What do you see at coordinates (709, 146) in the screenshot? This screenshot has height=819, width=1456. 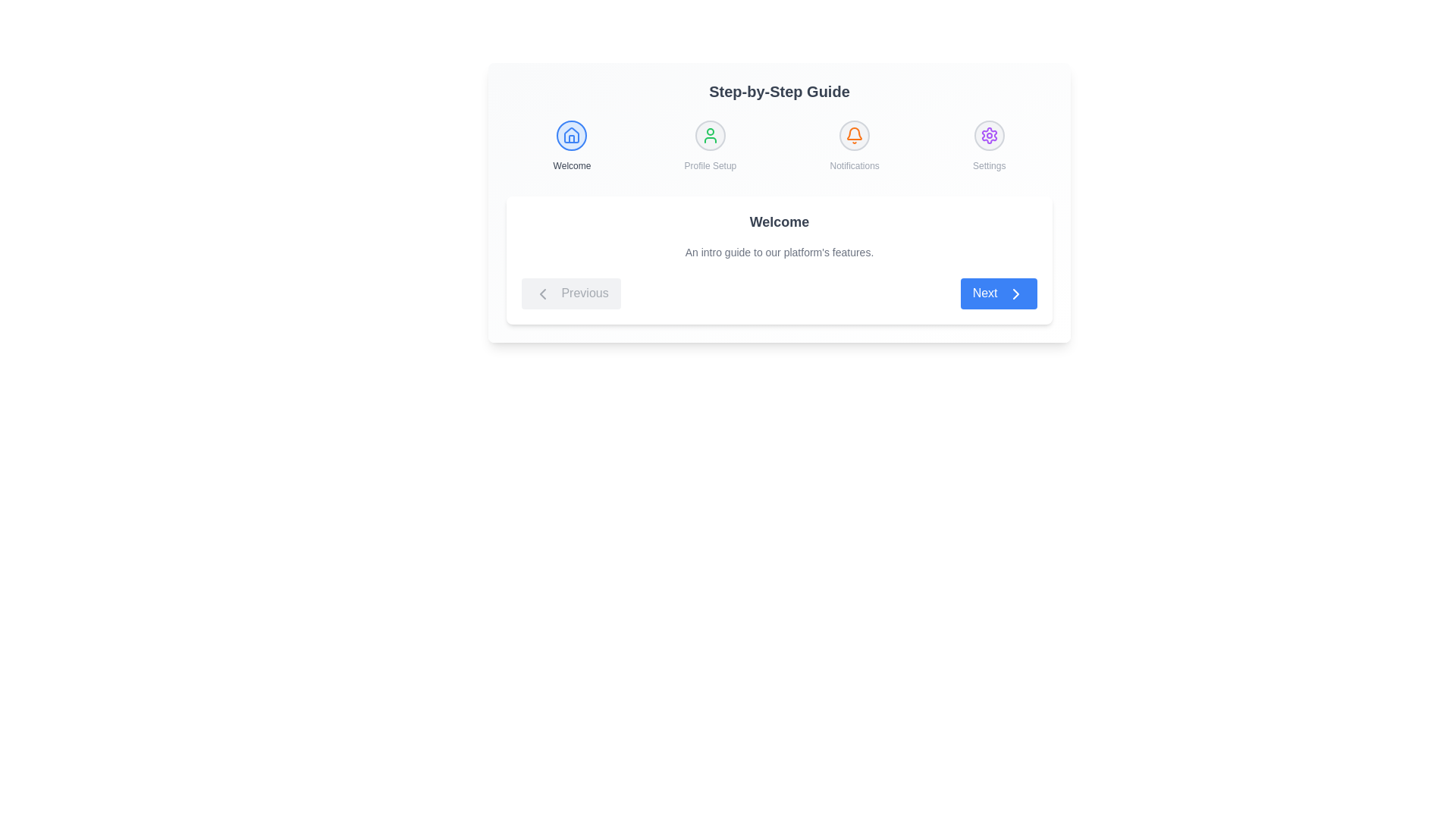 I see `the 'Profile Setup' Navigation button, which features a circular green silhouette of a person icon and is the second item in the horizontal navigation bar` at bounding box center [709, 146].